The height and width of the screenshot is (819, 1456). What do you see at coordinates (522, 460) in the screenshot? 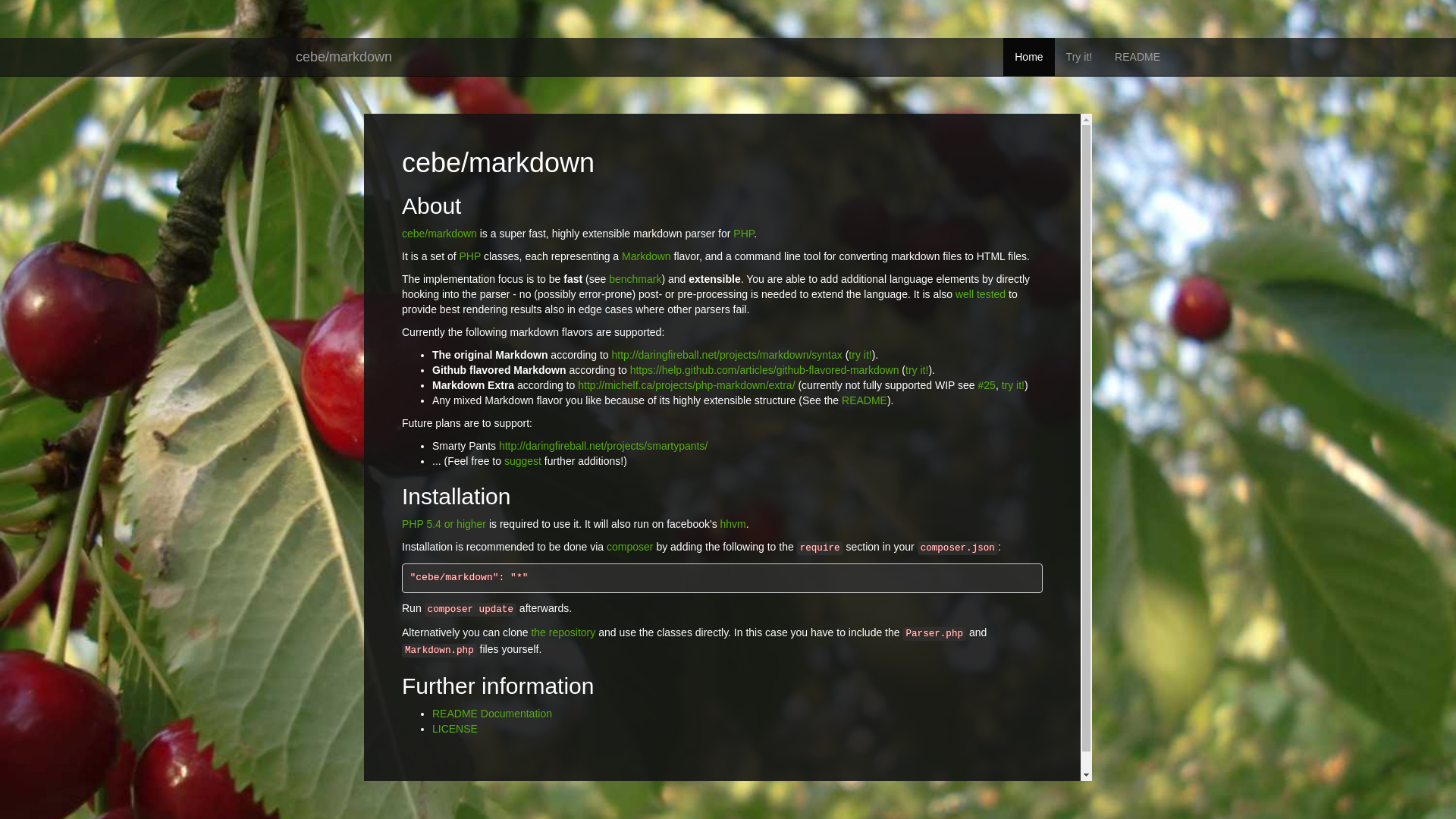
I see `'suggest'` at bounding box center [522, 460].